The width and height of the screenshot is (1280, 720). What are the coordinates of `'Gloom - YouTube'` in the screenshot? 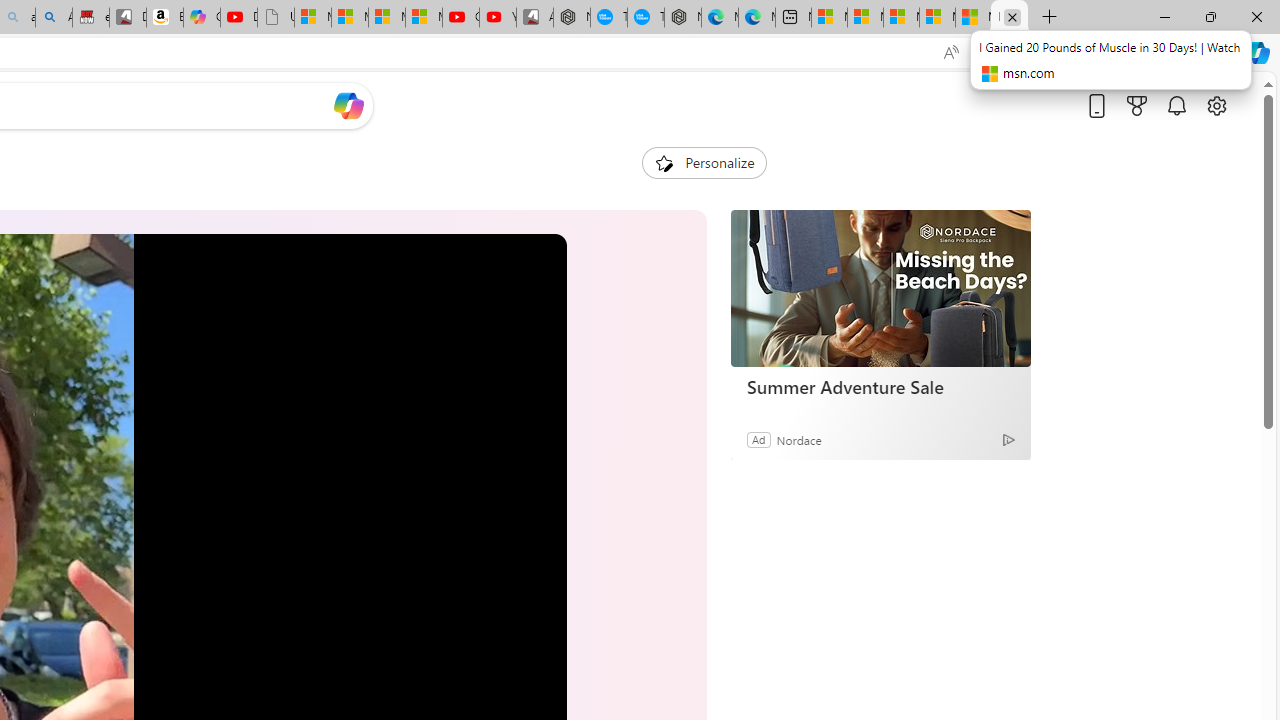 It's located at (459, 17).